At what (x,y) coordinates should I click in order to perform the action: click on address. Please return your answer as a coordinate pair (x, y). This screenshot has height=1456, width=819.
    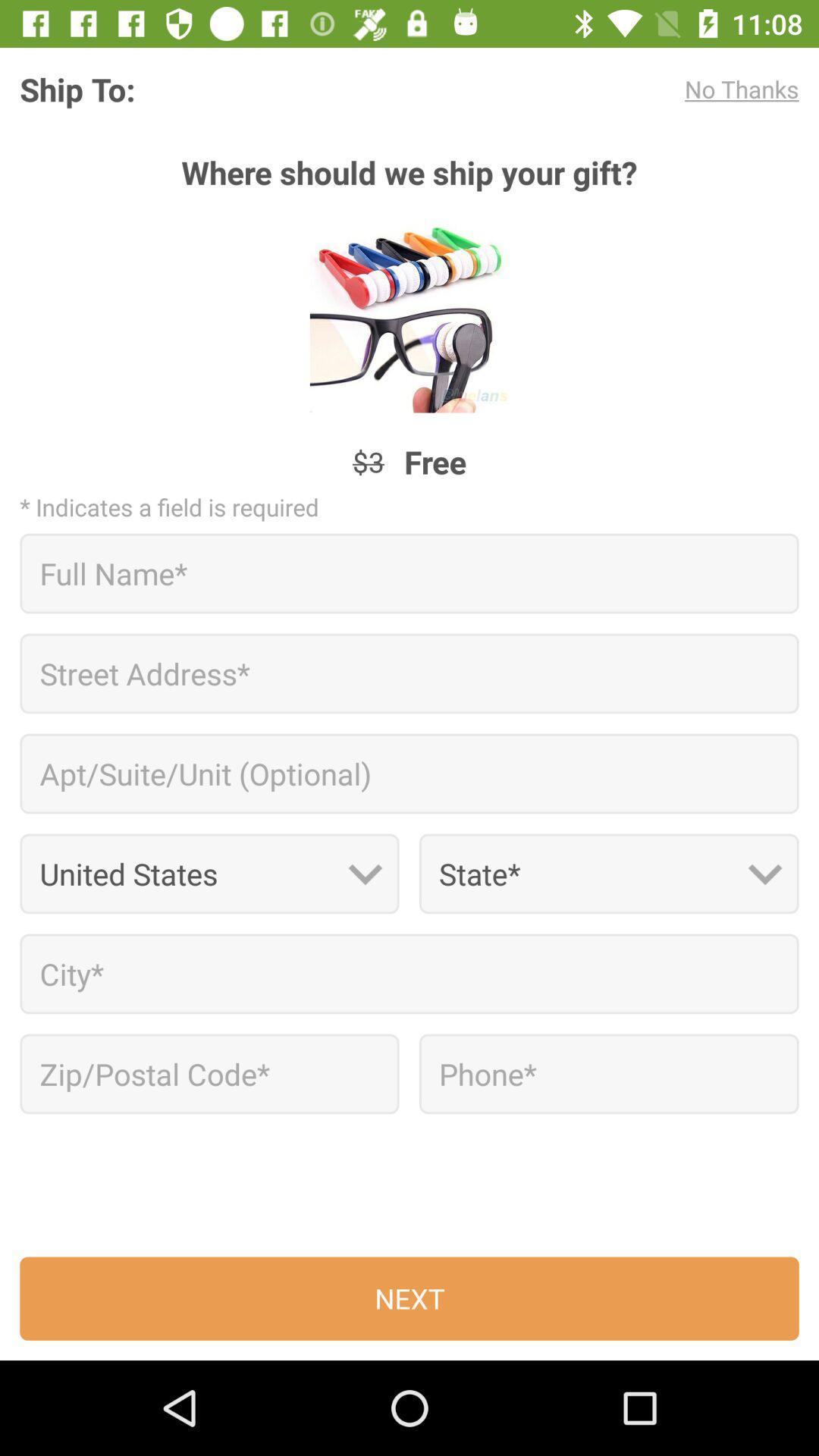
    Looking at the image, I should click on (409, 673).